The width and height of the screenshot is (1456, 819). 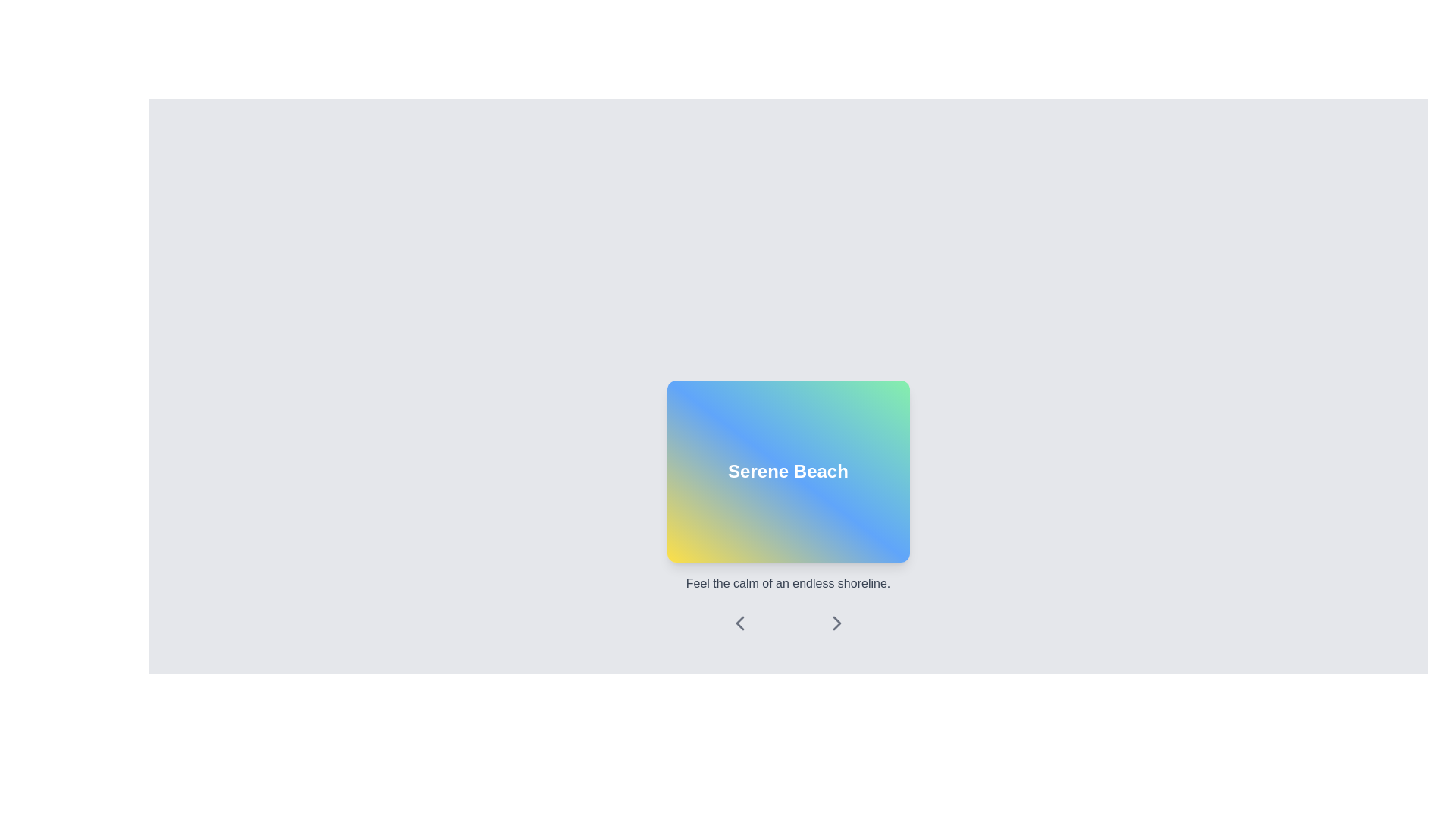 I want to click on the leftward-pointing chevron icon button, styled with a hollow outline, so click(x=739, y=623).